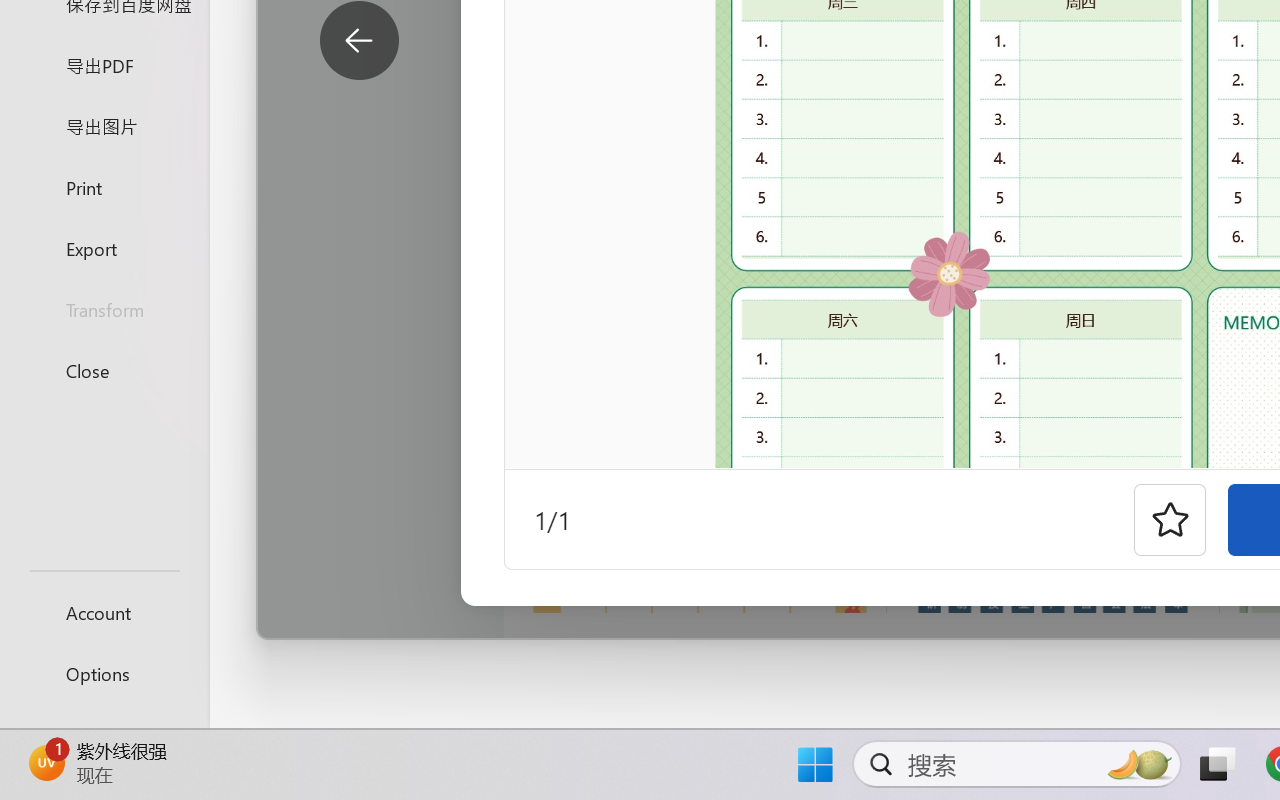 The height and width of the screenshot is (800, 1280). What do you see at coordinates (103, 186) in the screenshot?
I see `'Print'` at bounding box center [103, 186].